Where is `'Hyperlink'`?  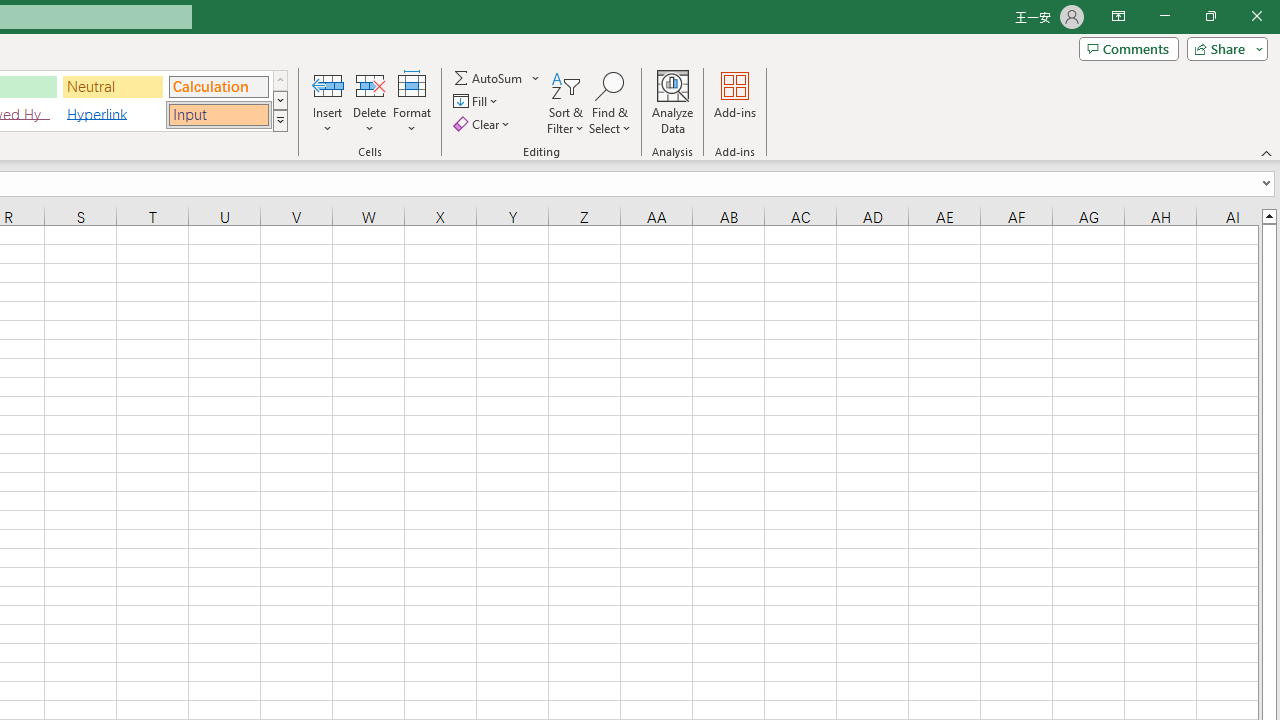 'Hyperlink' is located at coordinates (112, 114).